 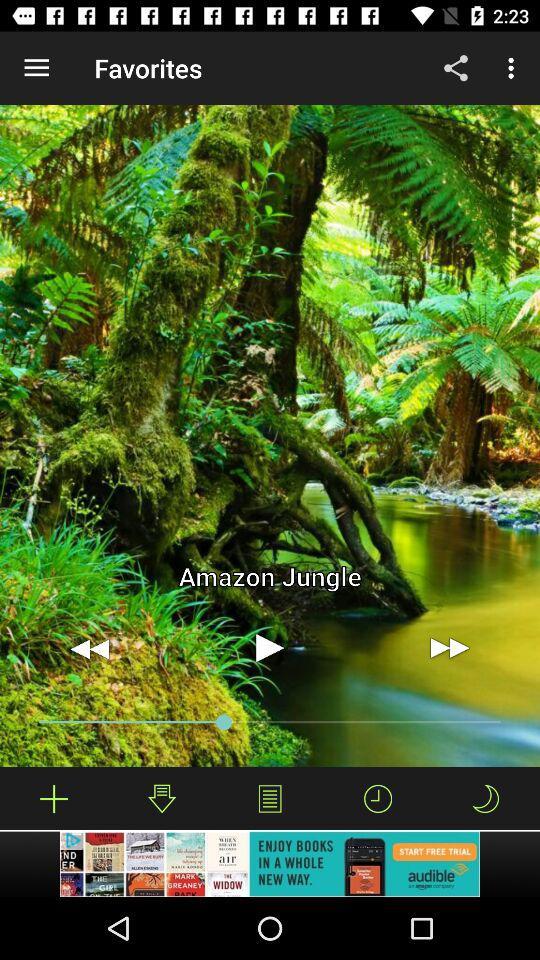 What do you see at coordinates (485, 798) in the screenshot?
I see `the fifth icon which is at the bottom right corner` at bounding box center [485, 798].